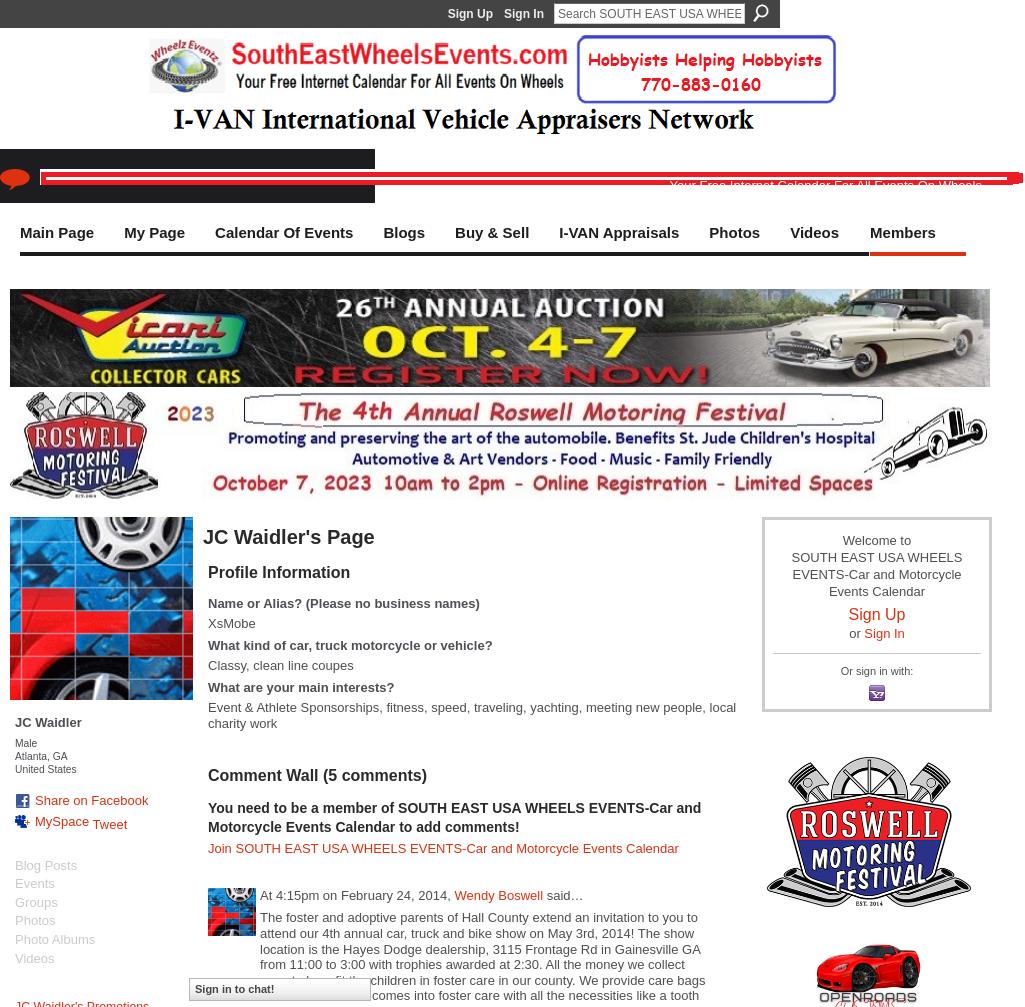 This screenshot has width=1025, height=1007. What do you see at coordinates (14, 863) in the screenshot?
I see `'Blog Posts'` at bounding box center [14, 863].